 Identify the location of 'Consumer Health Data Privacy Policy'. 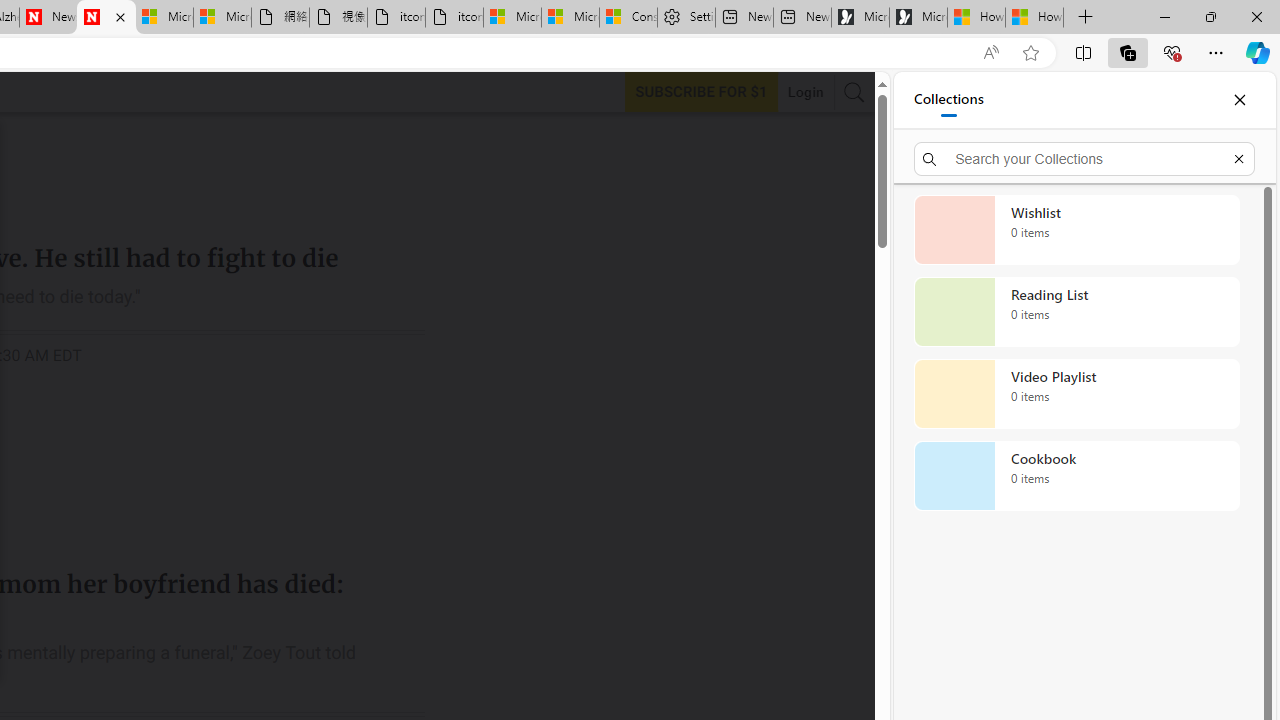
(627, 17).